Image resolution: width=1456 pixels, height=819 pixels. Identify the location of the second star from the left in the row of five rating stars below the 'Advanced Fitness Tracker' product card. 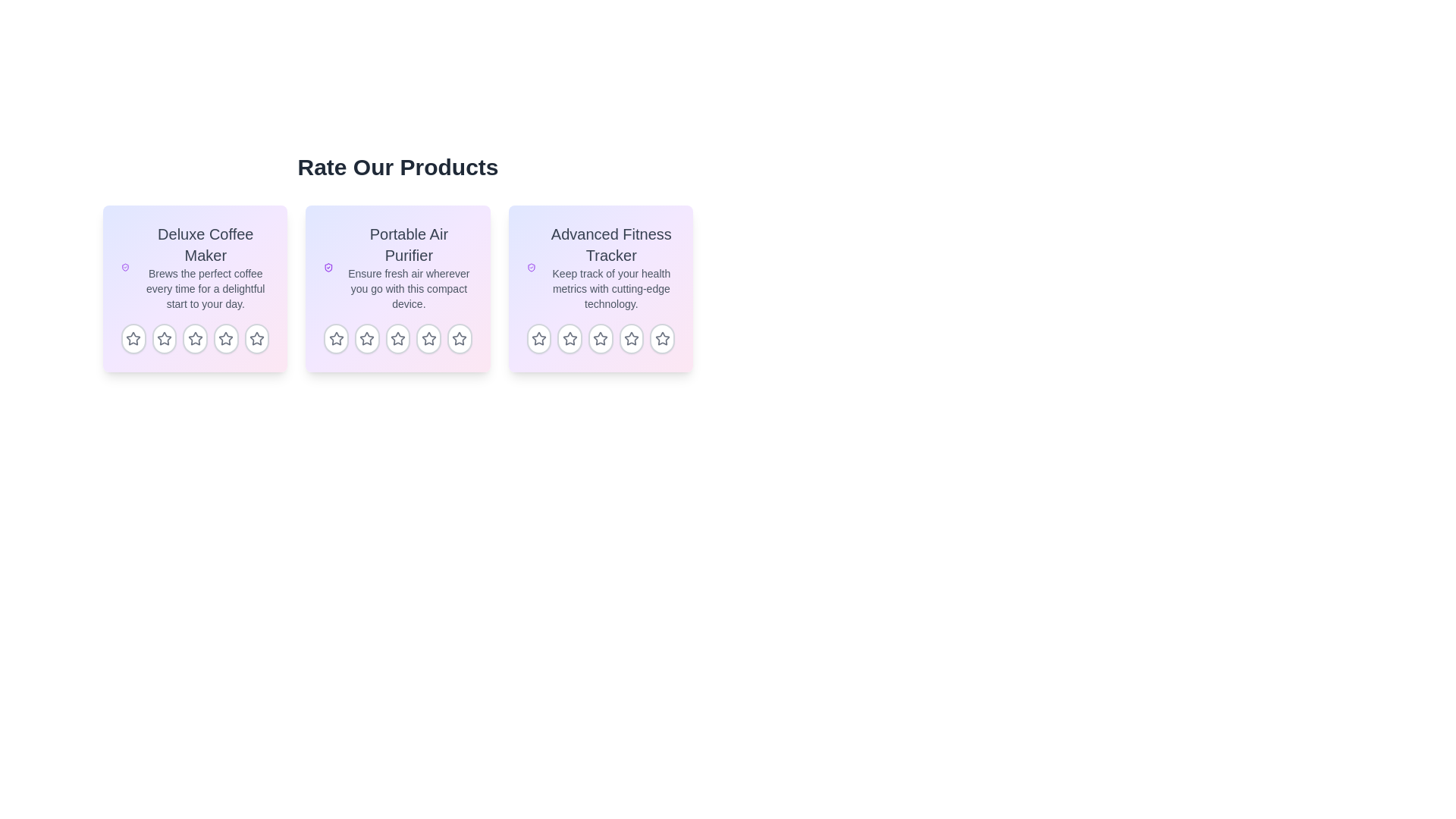
(569, 338).